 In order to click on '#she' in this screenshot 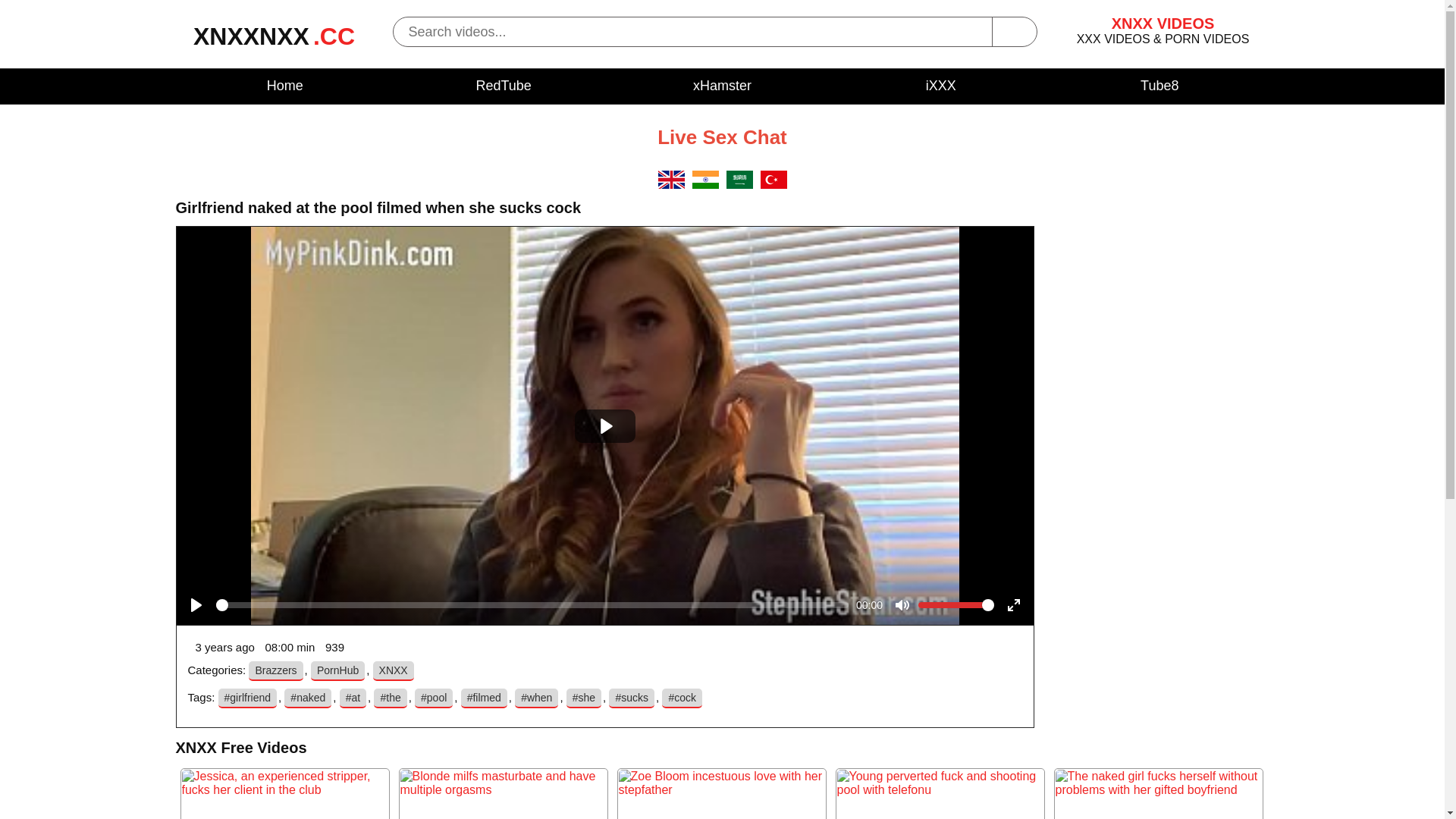, I will do `click(582, 698)`.